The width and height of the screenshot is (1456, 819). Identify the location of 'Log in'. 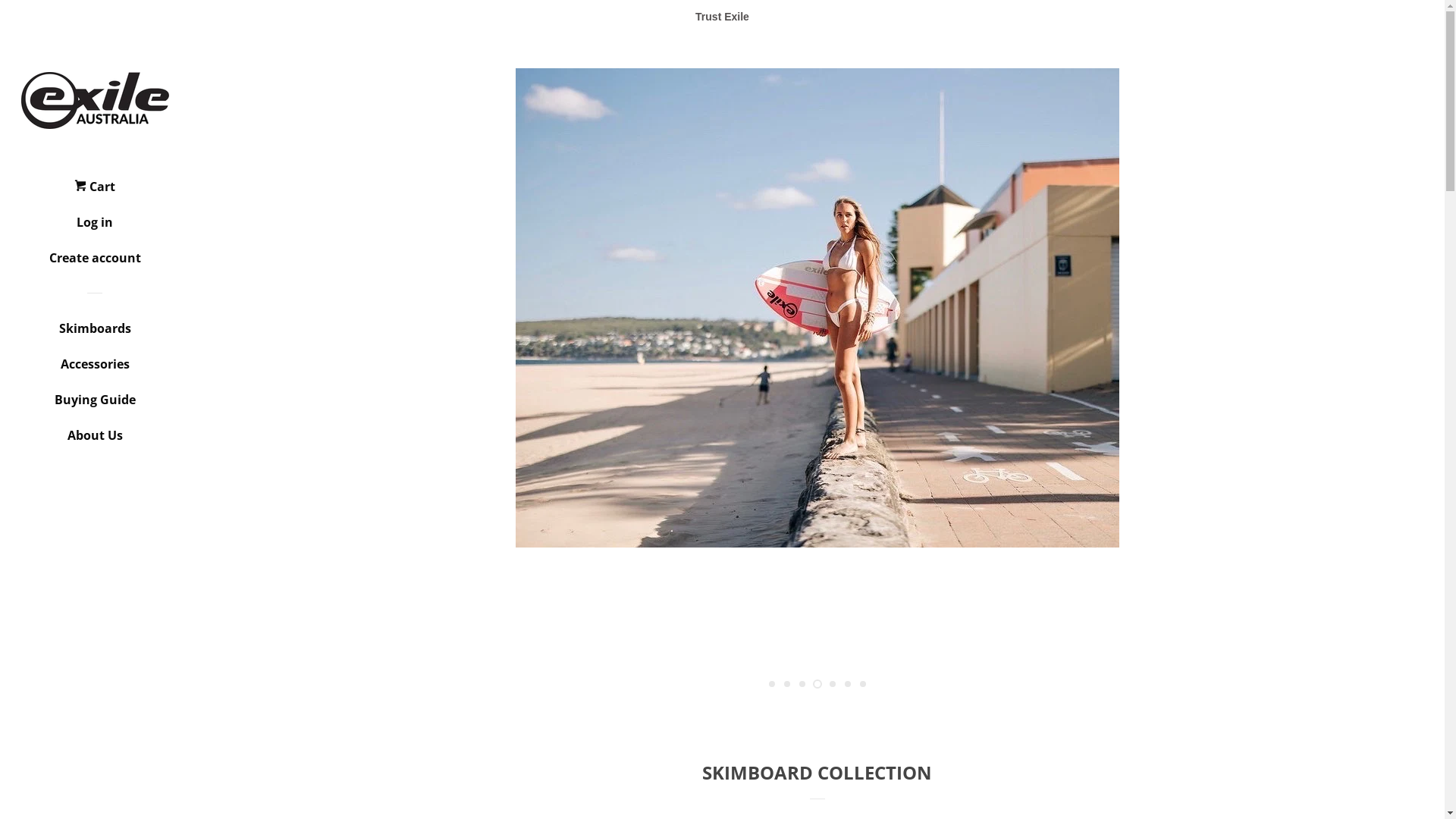
(93, 227).